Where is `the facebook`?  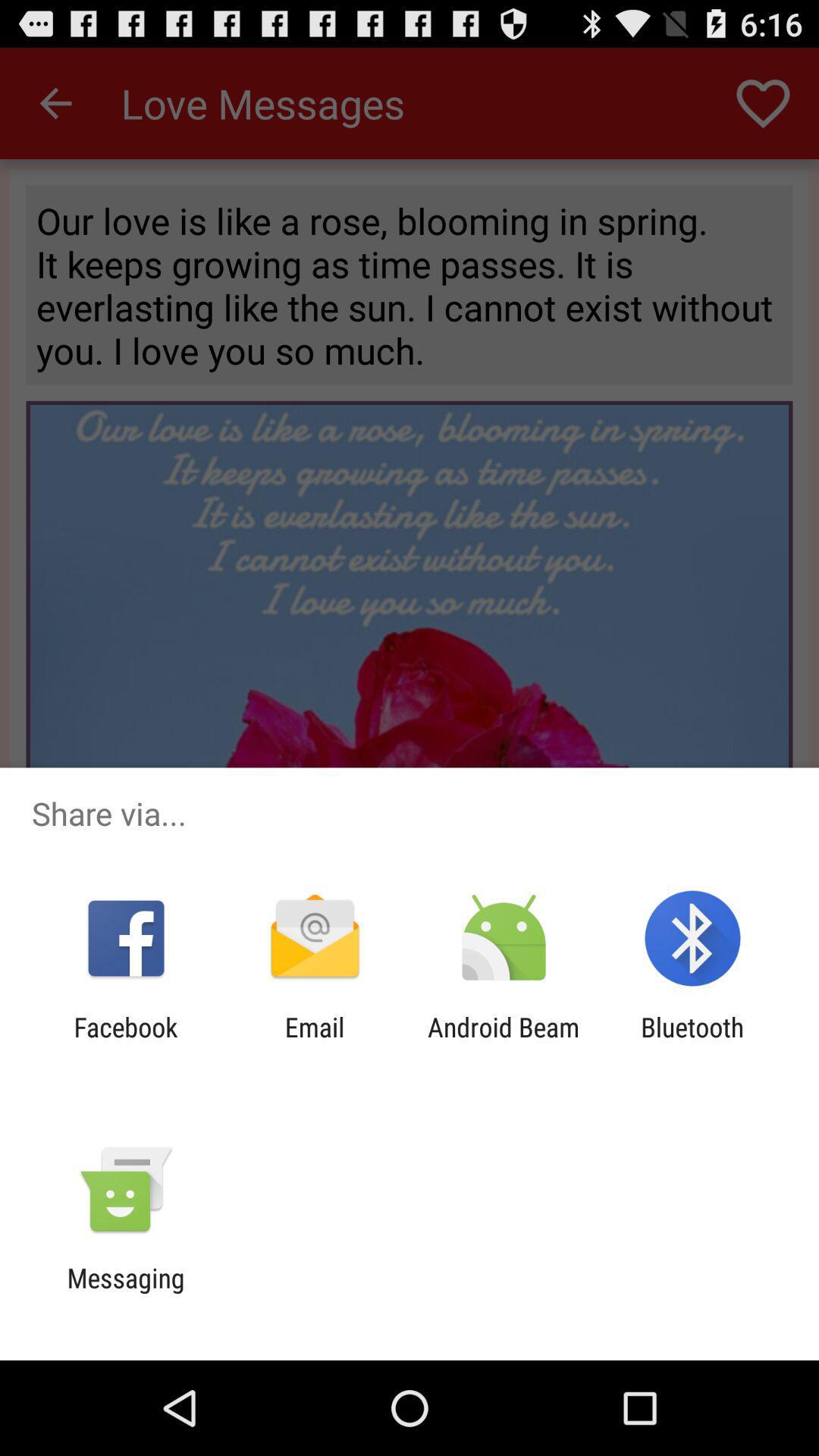 the facebook is located at coordinates (125, 1042).